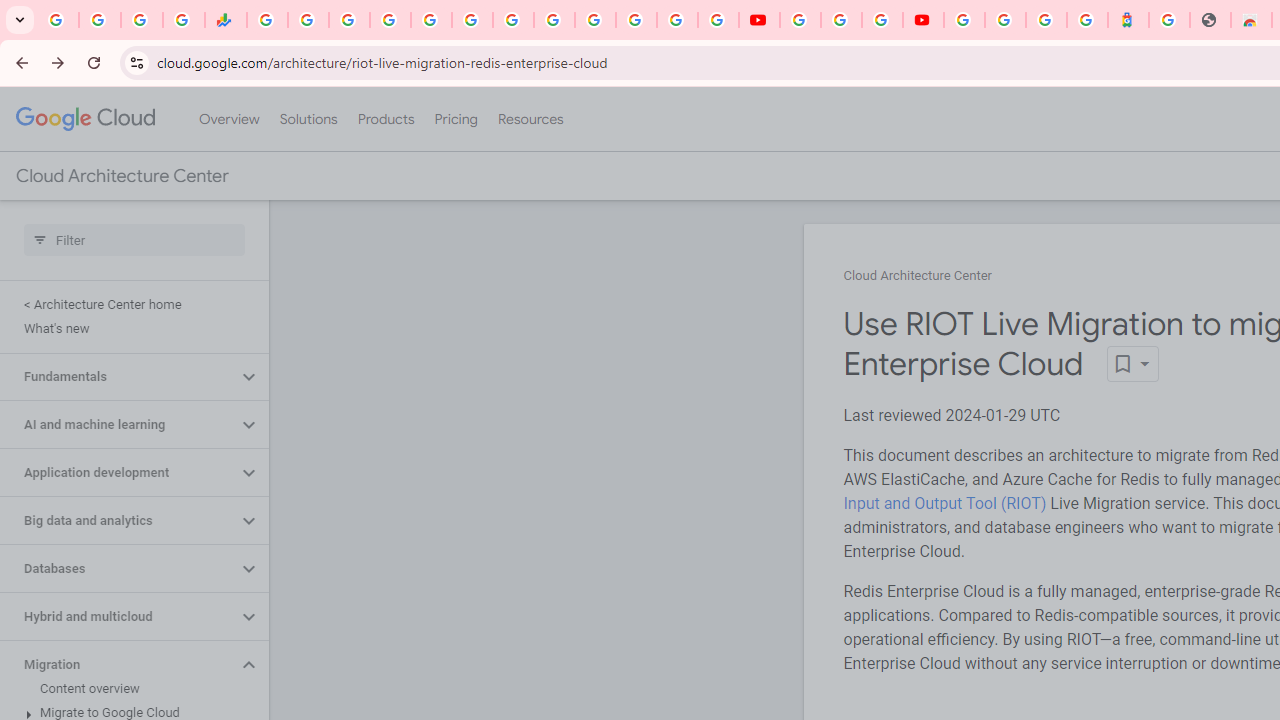 The width and height of the screenshot is (1280, 720). Describe the element at coordinates (454, 119) in the screenshot. I see `'Pricing'` at that location.